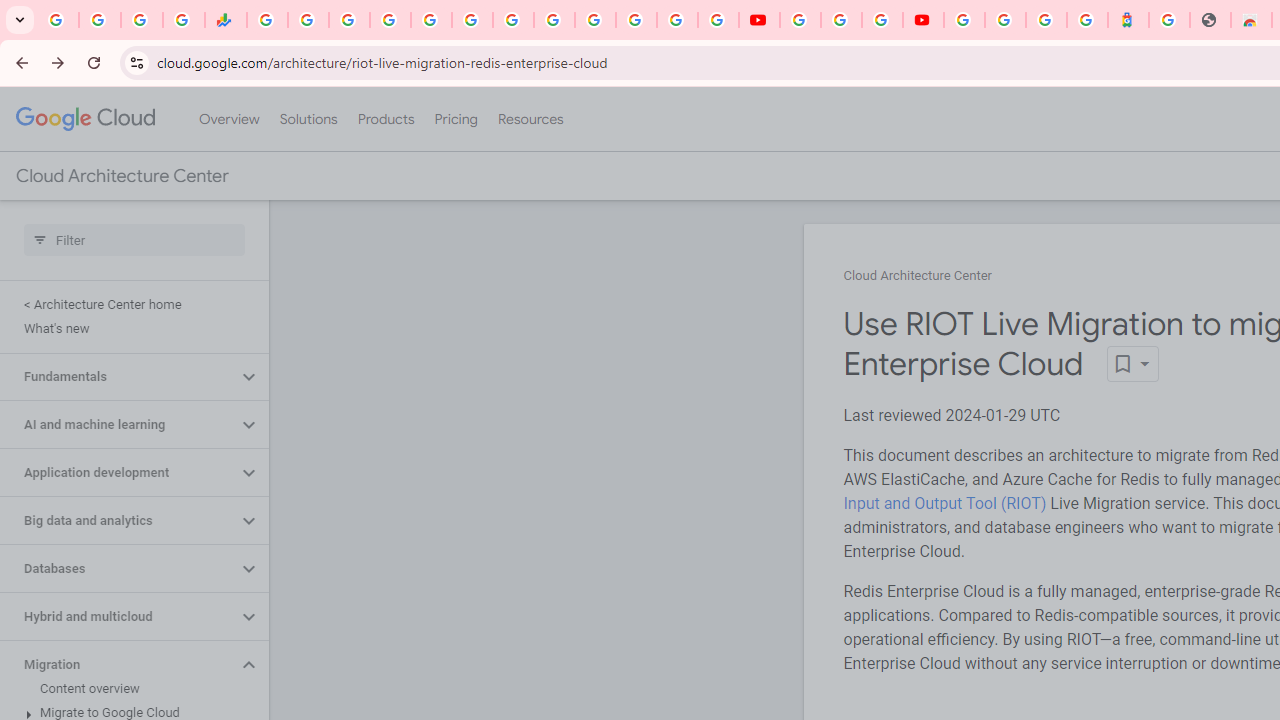 The width and height of the screenshot is (1280, 720). Describe the element at coordinates (454, 119) in the screenshot. I see `'Pricing'` at that location.